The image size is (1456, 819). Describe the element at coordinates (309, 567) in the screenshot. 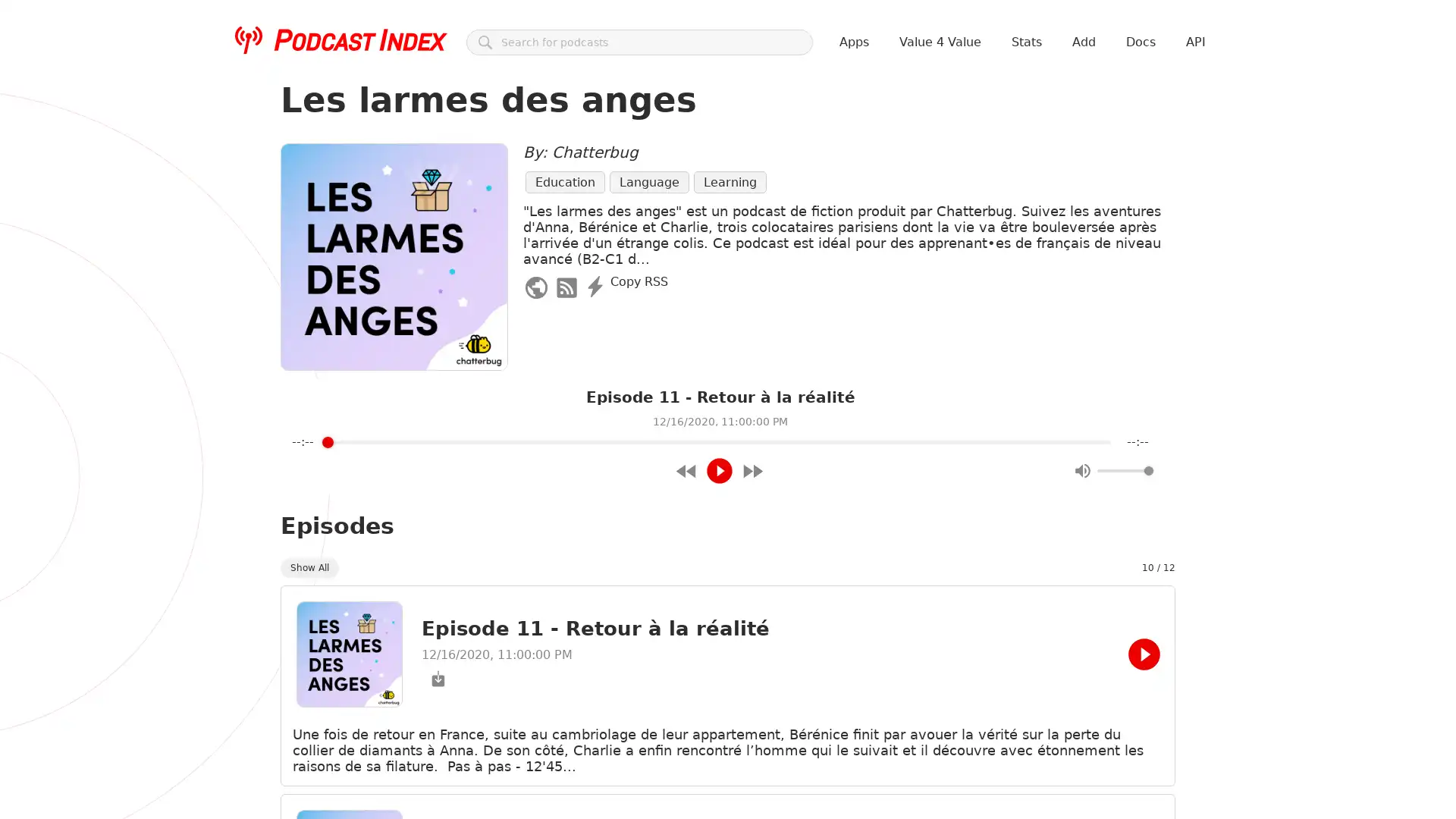

I see `Show All` at that location.